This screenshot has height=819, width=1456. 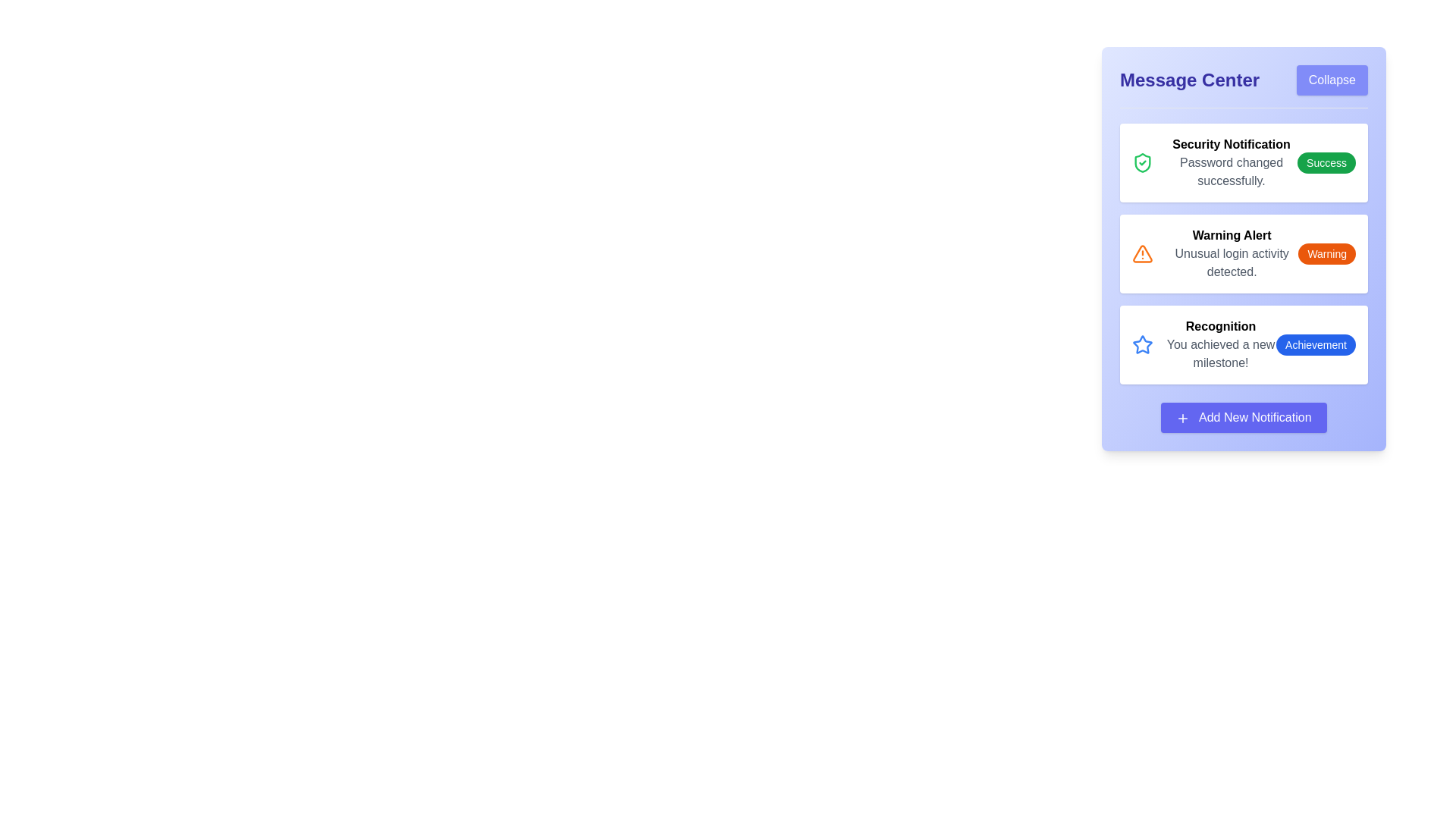 What do you see at coordinates (1221, 353) in the screenshot?
I see `the text component displaying 'You achieved a new milestone!' located below the title 'Recognition' in the Message Center` at bounding box center [1221, 353].